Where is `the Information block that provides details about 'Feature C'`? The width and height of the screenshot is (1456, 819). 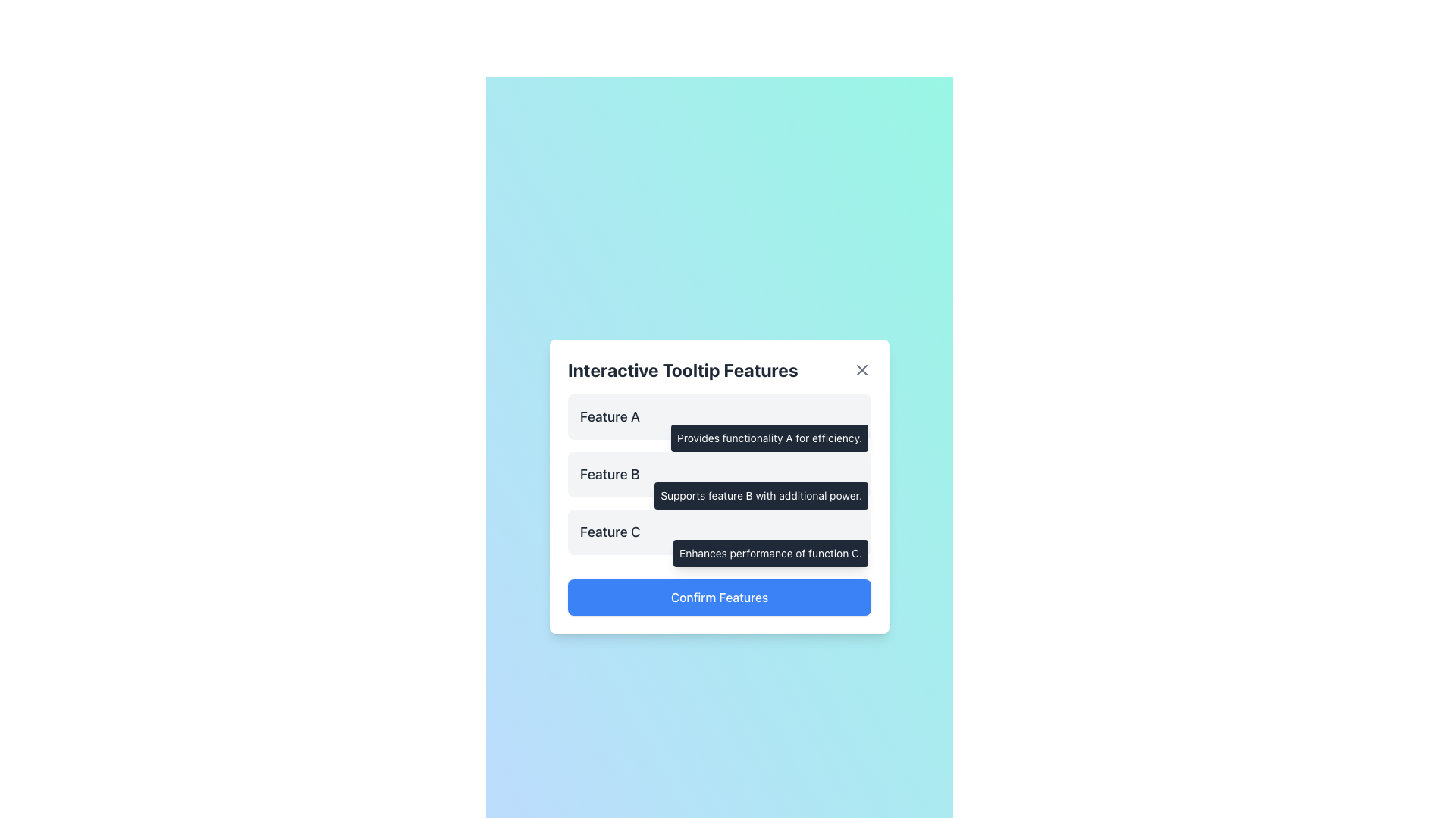
the Information block that provides details about 'Feature C' is located at coordinates (719, 532).